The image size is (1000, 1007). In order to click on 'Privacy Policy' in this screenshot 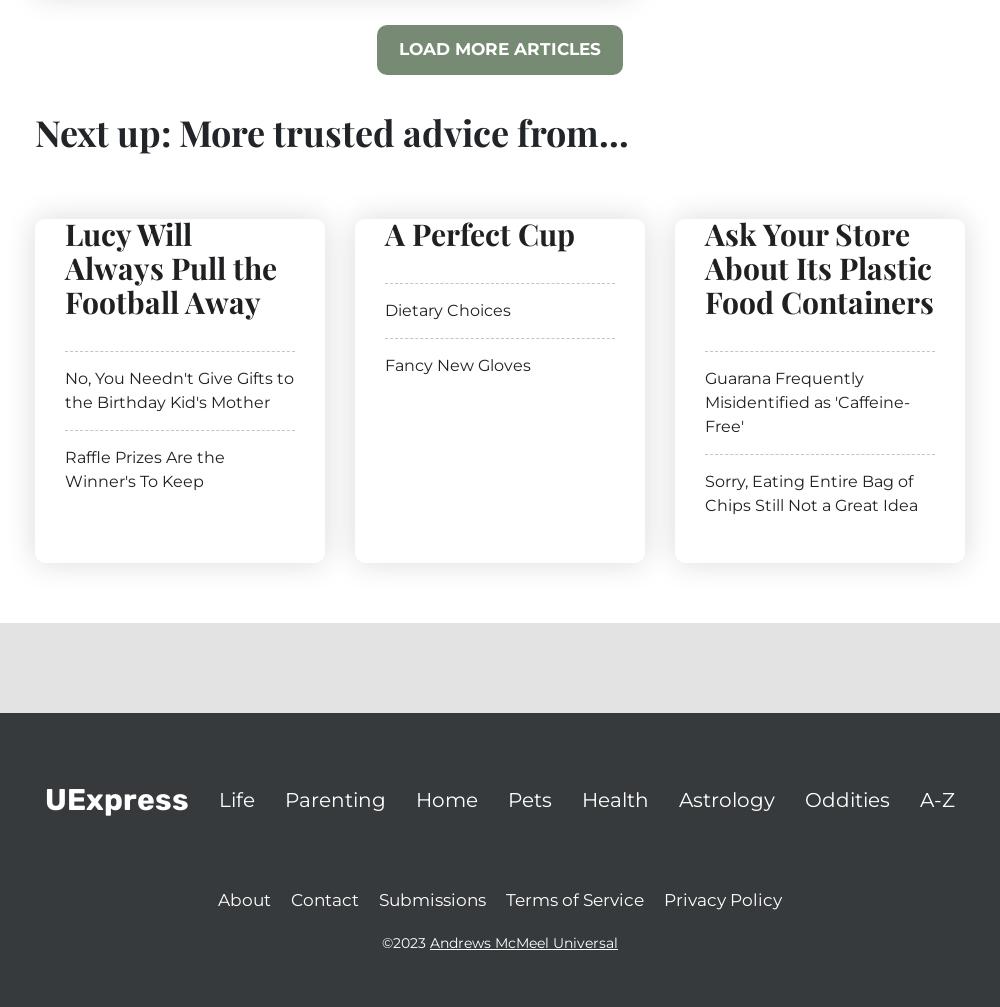, I will do `click(722, 898)`.